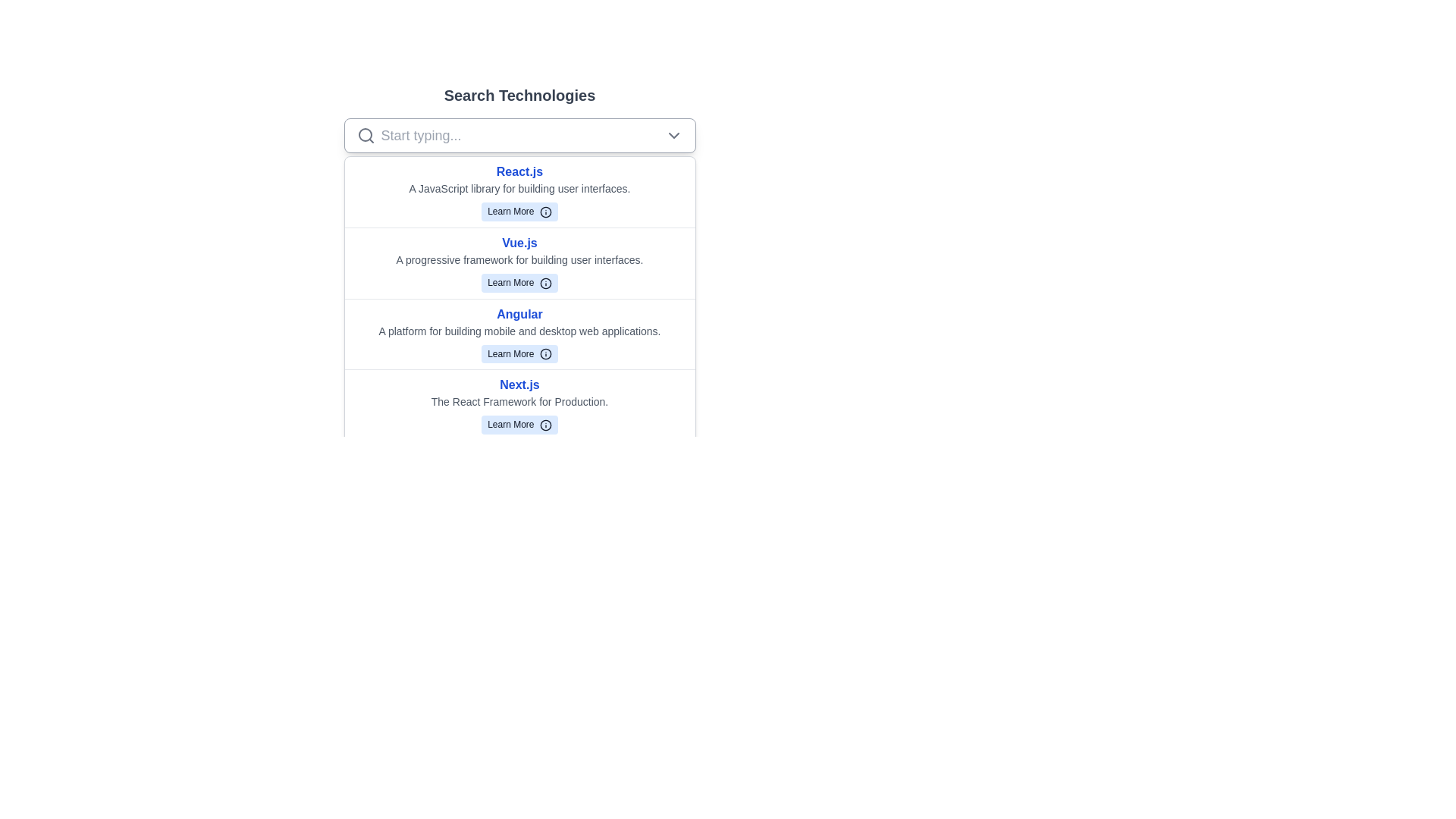 Image resolution: width=1456 pixels, height=819 pixels. What do you see at coordinates (545, 283) in the screenshot?
I see `the appearance of the circular SVG graphical element located to the right of the 'Learn More' button associated with the 'Vue.js' entry` at bounding box center [545, 283].